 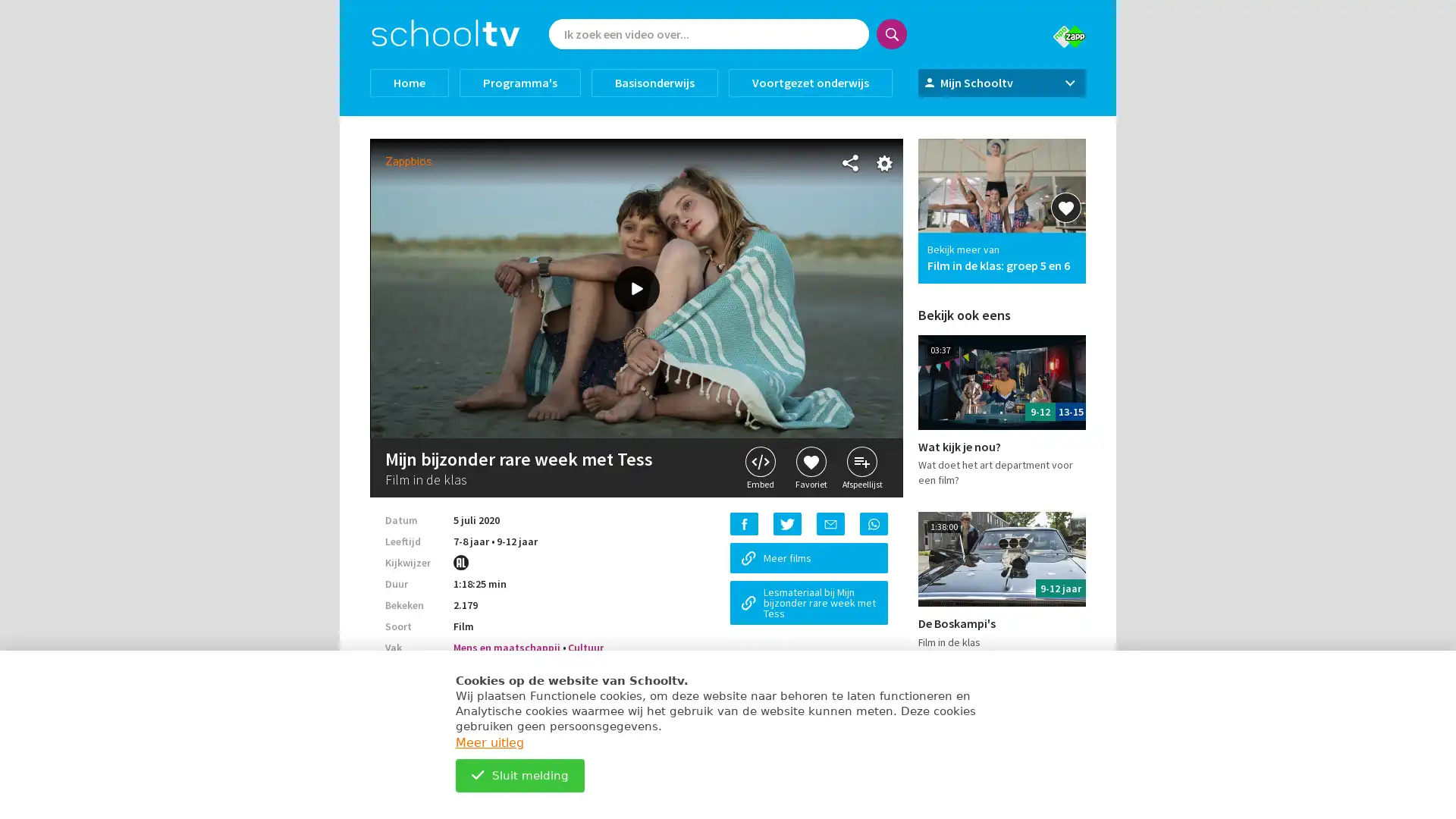 What do you see at coordinates (728, 323) in the screenshot?
I see `Nieuwe Afspeellijst` at bounding box center [728, 323].